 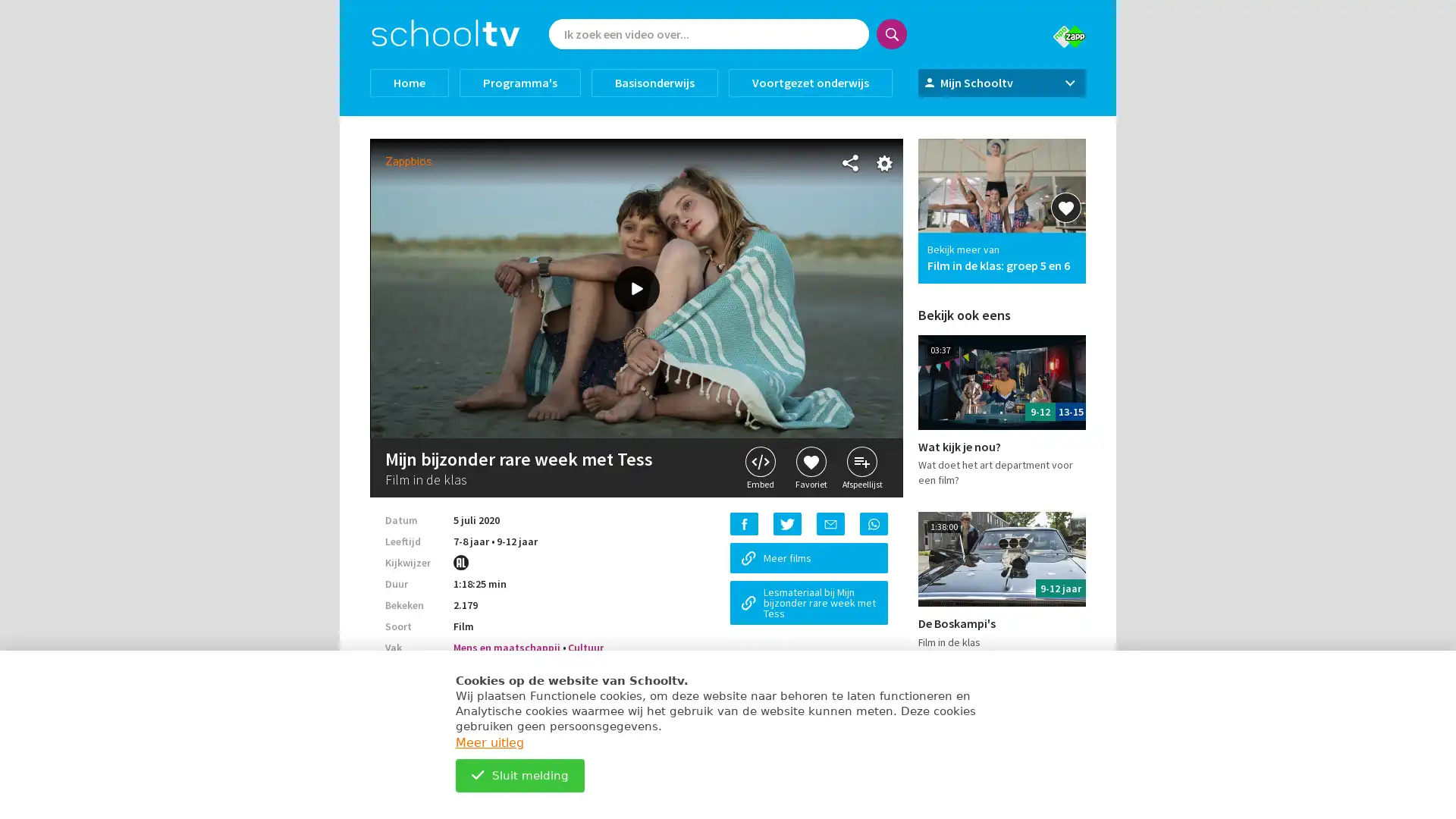 What do you see at coordinates (728, 323) in the screenshot?
I see `Nieuwe Afspeellijst` at bounding box center [728, 323].